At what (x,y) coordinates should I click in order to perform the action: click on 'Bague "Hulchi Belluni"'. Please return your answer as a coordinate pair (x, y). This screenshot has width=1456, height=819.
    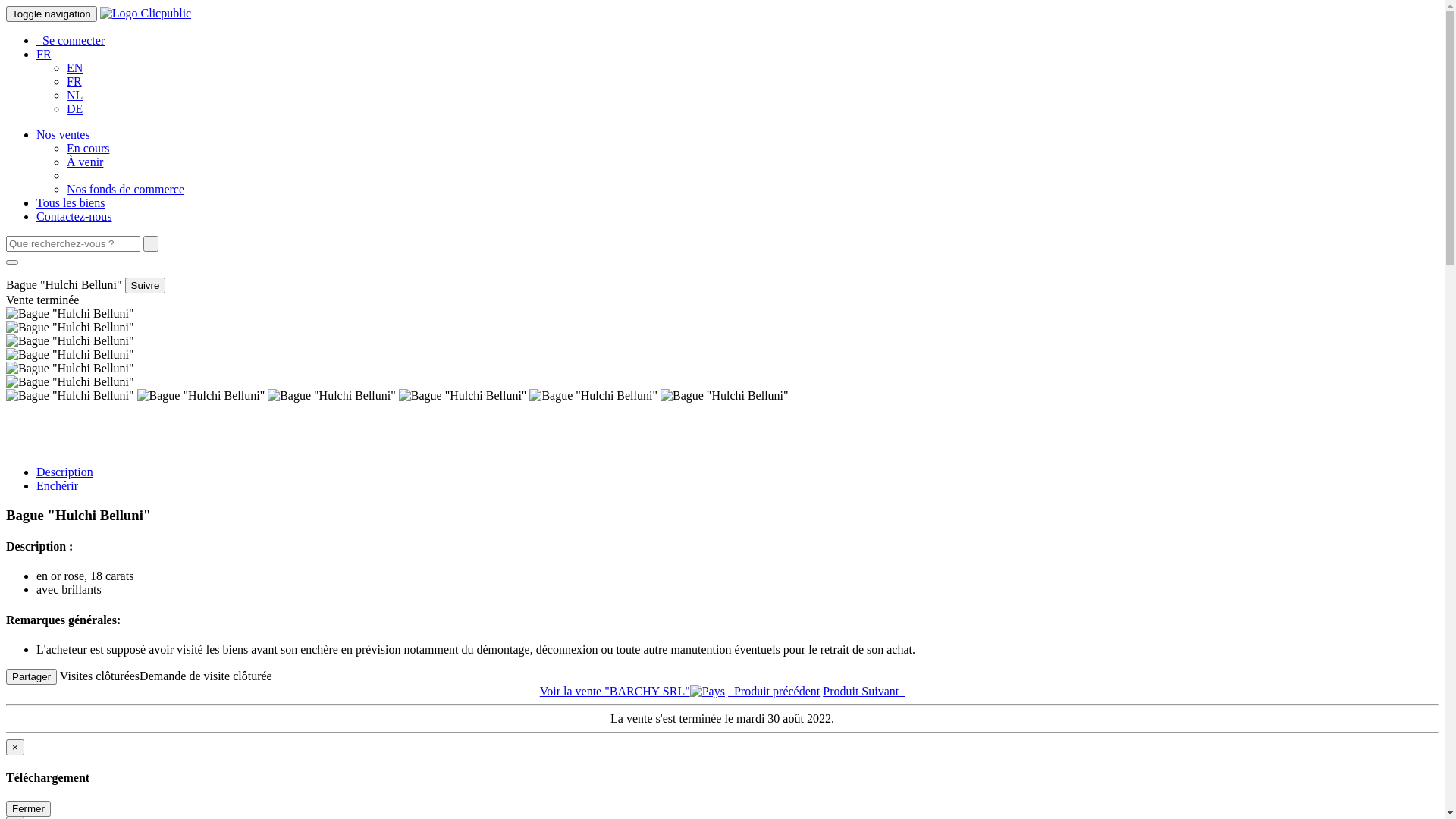
    Looking at the image, I should click on (69, 381).